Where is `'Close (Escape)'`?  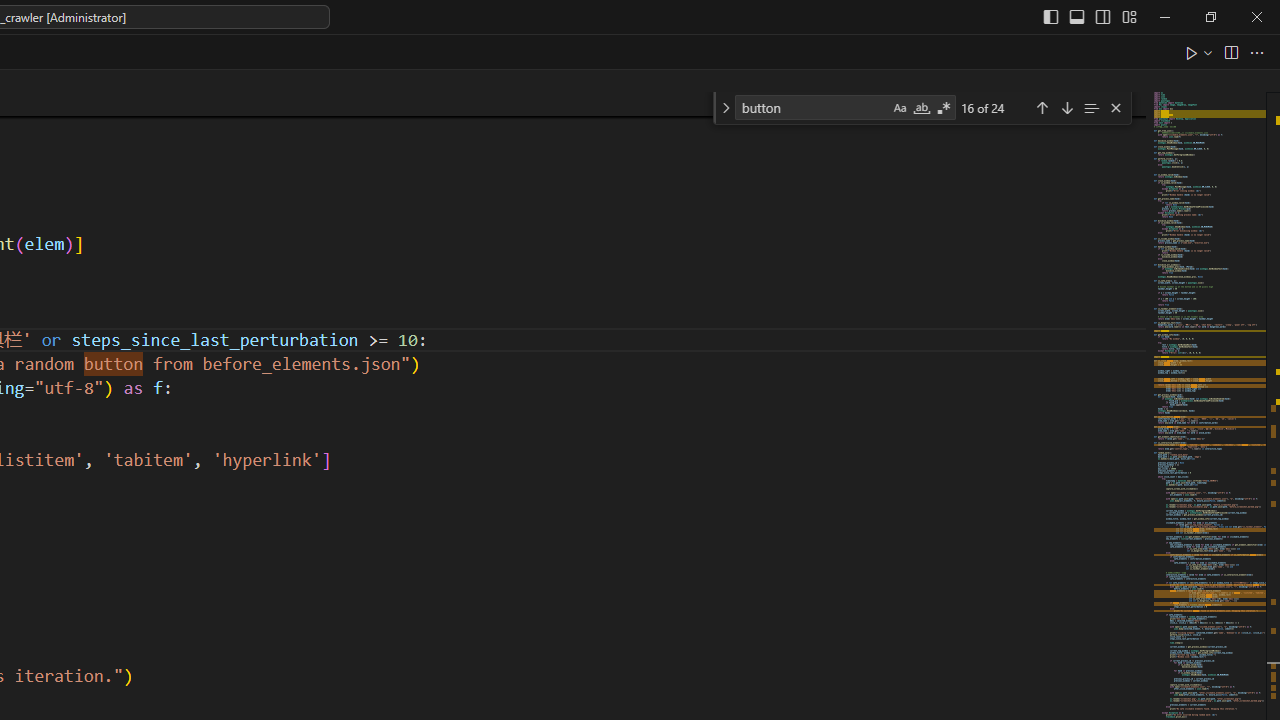
'Close (Escape)' is located at coordinates (1114, 108).